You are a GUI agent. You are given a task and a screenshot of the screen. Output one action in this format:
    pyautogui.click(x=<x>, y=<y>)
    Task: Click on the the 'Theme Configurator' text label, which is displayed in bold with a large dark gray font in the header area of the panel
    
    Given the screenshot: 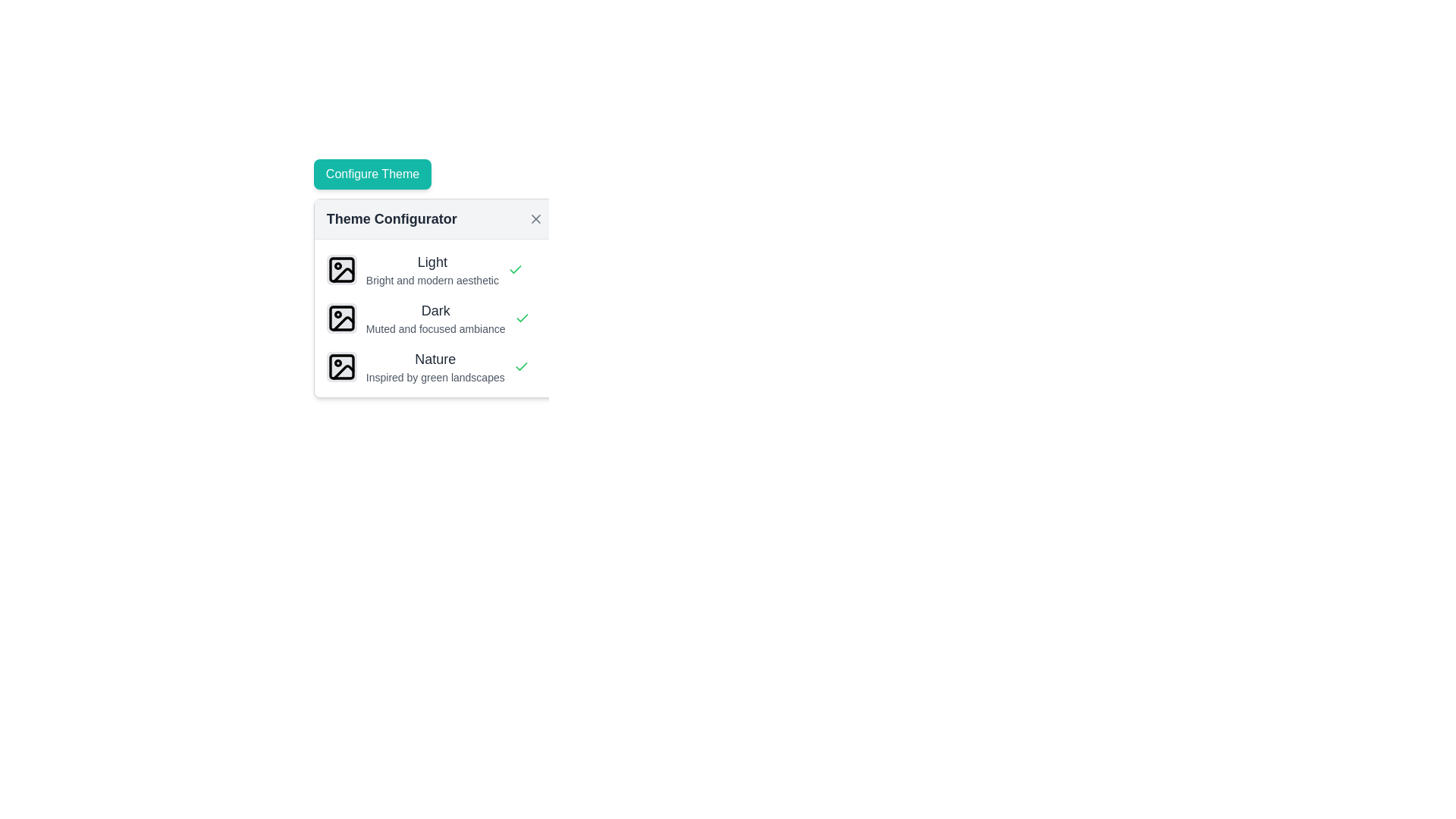 What is the action you would take?
    pyautogui.click(x=391, y=219)
    